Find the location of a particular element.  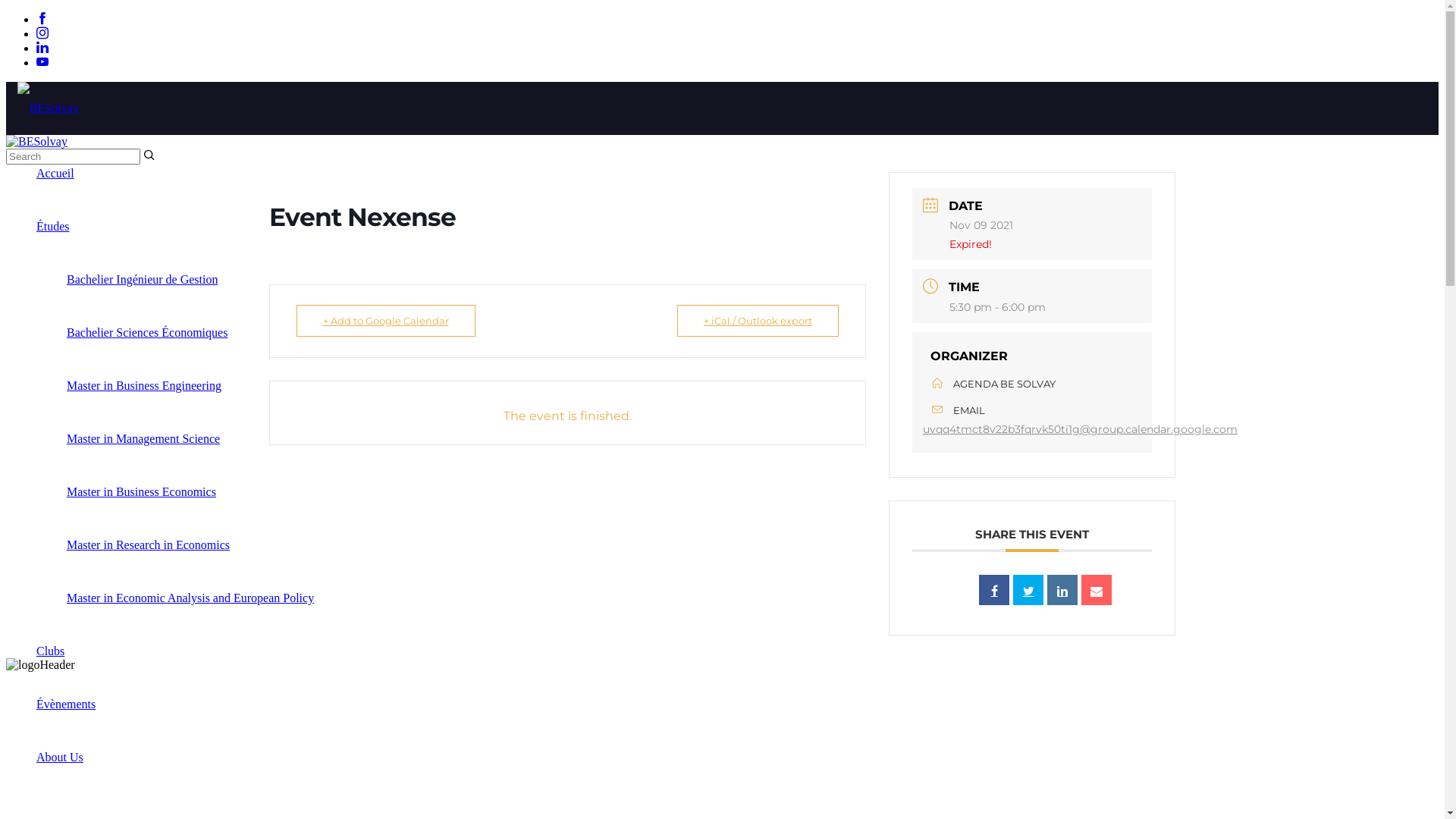

'Accueil' is located at coordinates (55, 172).